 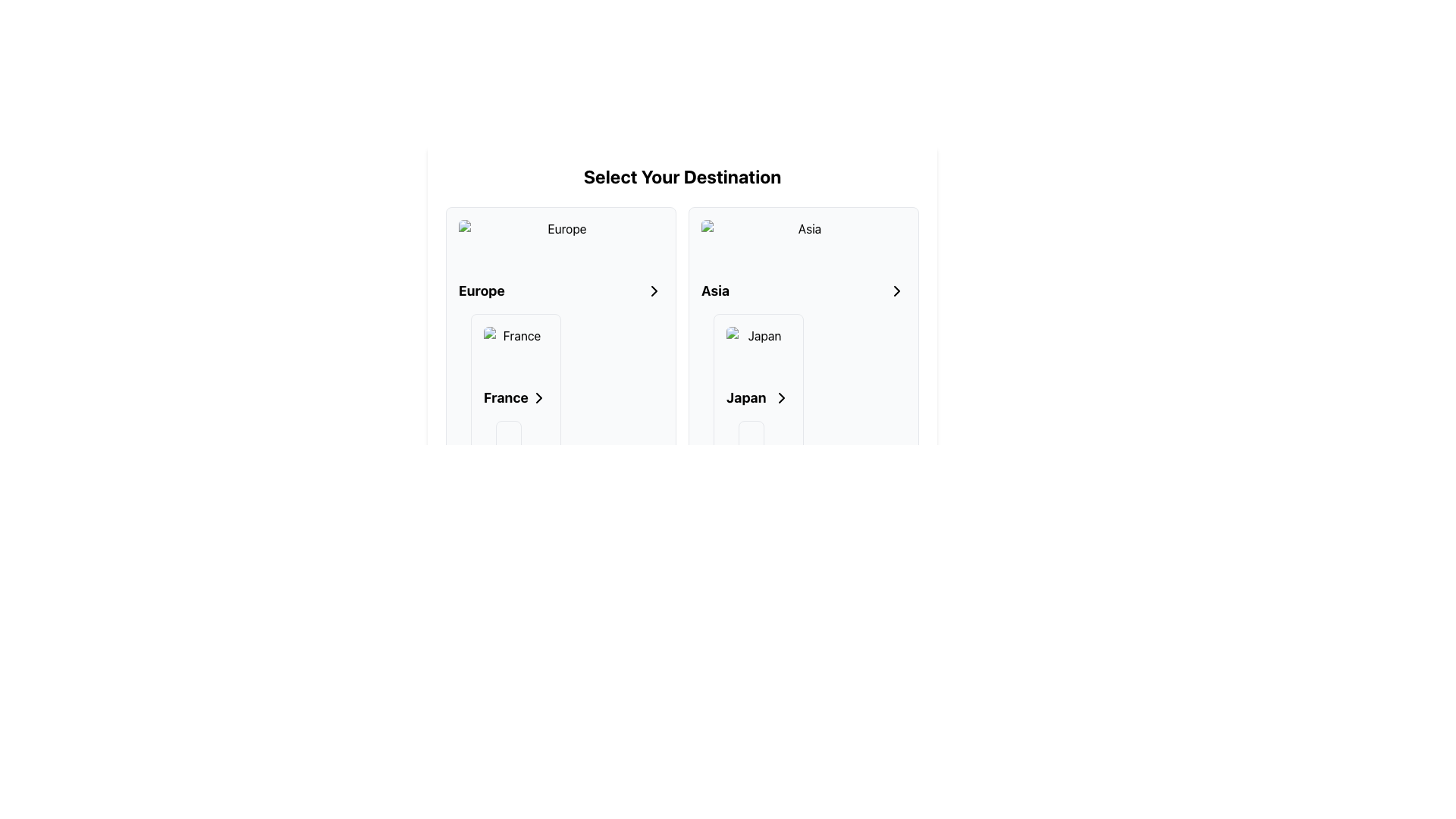 What do you see at coordinates (682, 175) in the screenshot?
I see `the prominently styled text label that says 'Select Your Destination', which is a bold and large font heading located at the top of the section` at bounding box center [682, 175].